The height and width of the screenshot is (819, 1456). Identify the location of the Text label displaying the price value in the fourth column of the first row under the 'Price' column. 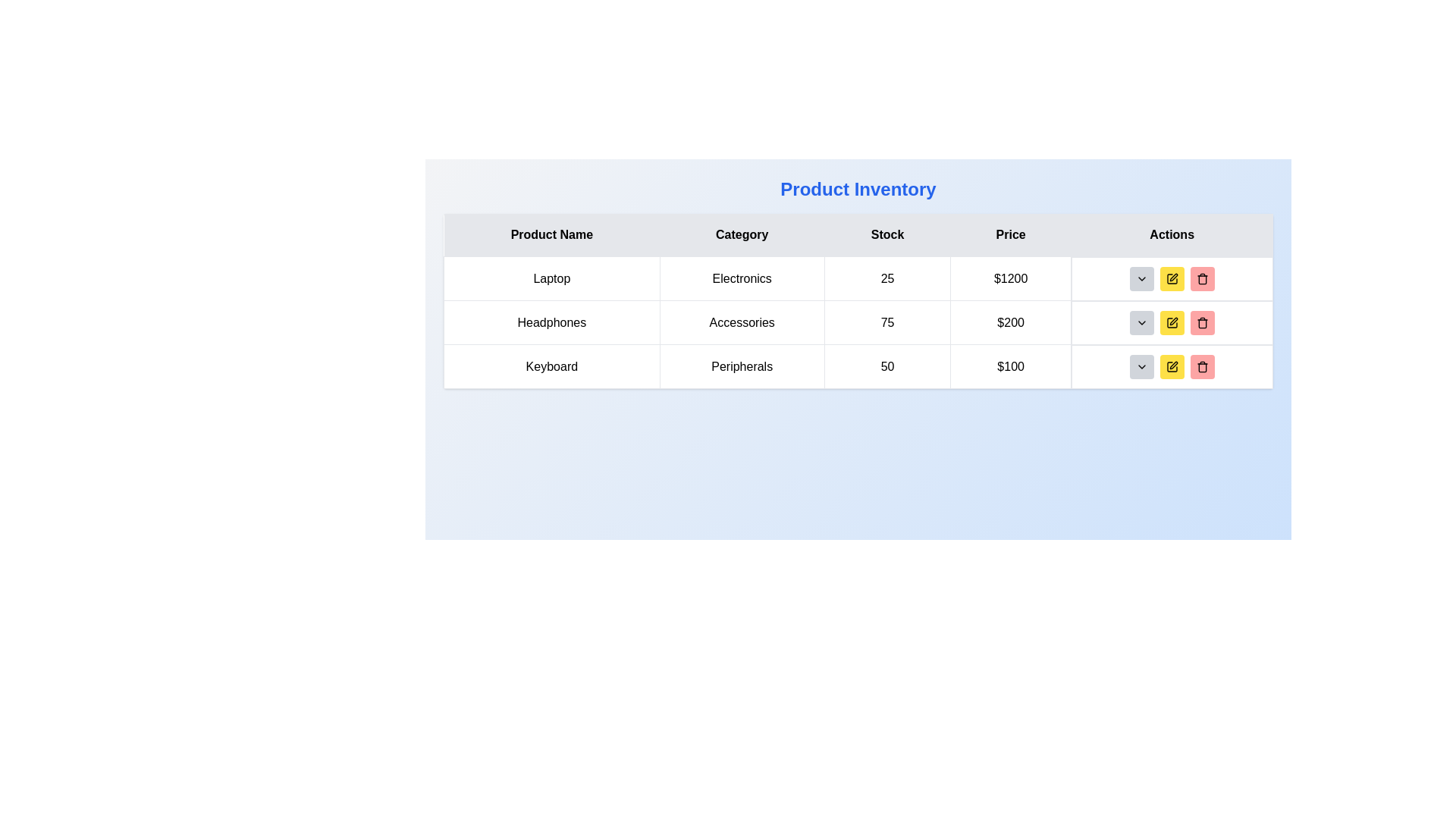
(1011, 278).